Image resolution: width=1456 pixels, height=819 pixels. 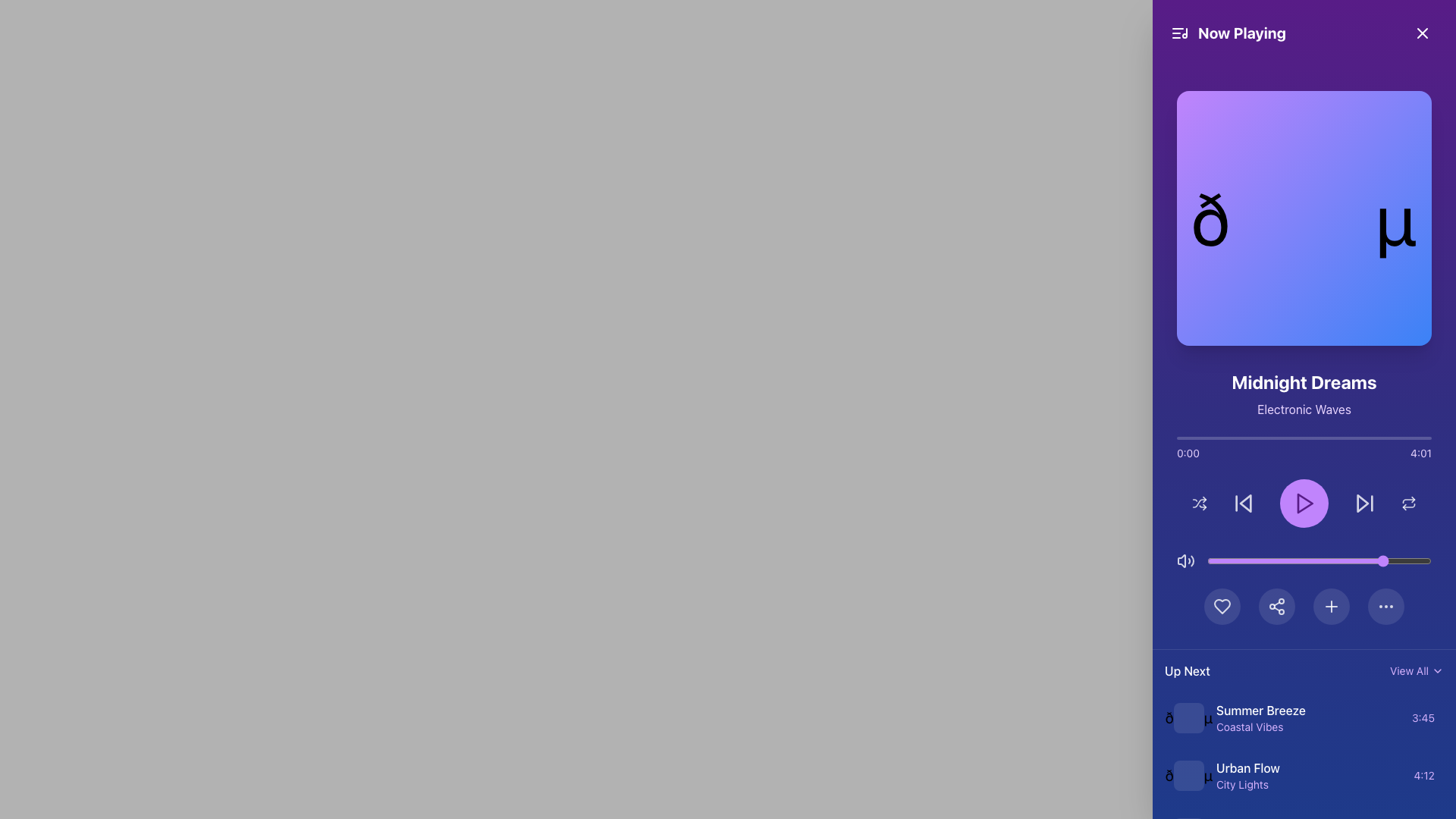 I want to click on the circular button with a plus icon located at the bottom middle of the interface, so click(x=1331, y=605).